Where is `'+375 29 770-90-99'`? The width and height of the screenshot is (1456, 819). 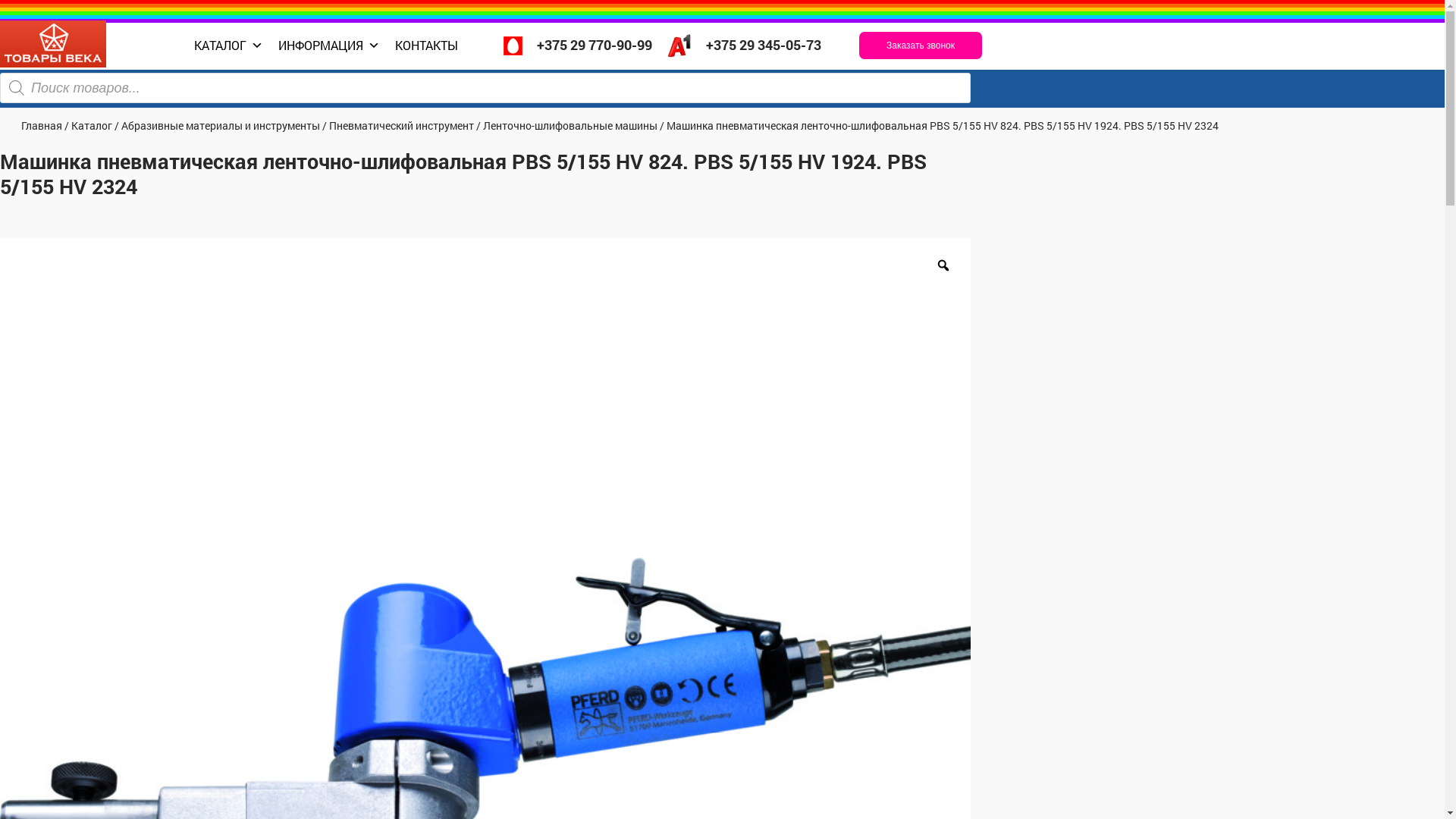 '+375 29 770-90-99' is located at coordinates (503, 45).